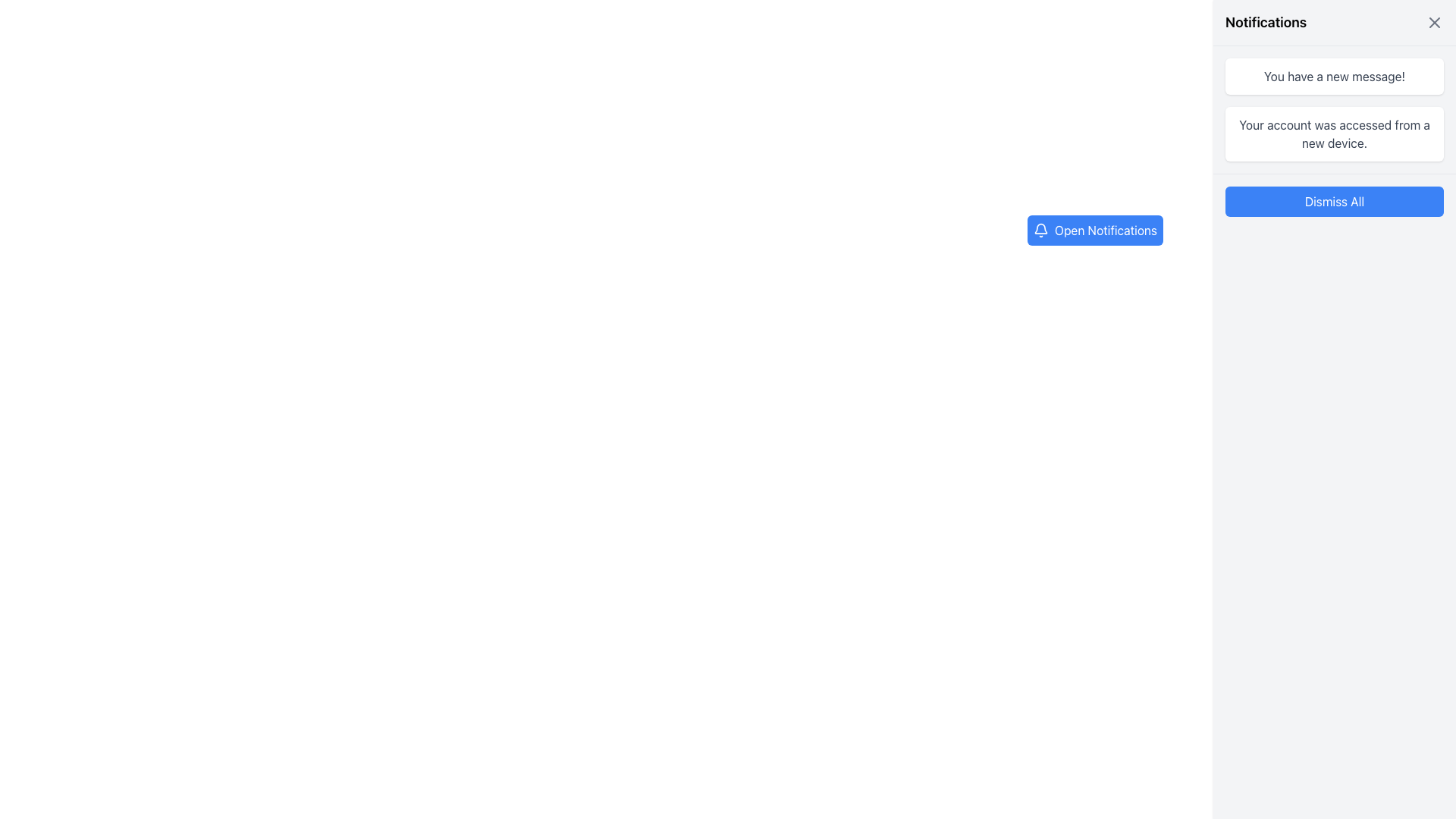  I want to click on the horizontal button with a blue background and white text that says 'Dismiss All', so click(1335, 201).